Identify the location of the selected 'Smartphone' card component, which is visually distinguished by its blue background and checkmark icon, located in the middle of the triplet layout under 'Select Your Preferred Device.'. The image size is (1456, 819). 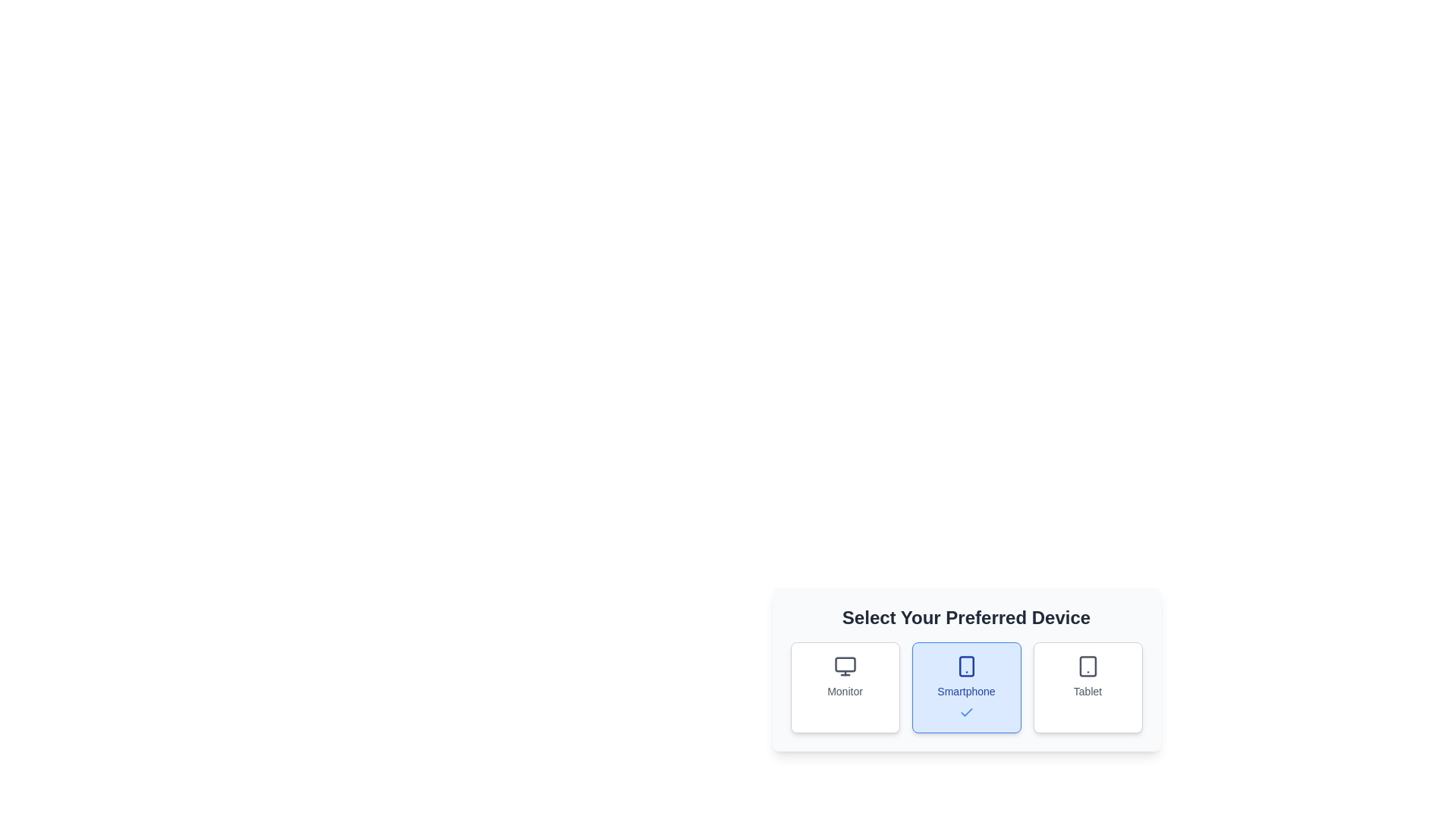
(965, 687).